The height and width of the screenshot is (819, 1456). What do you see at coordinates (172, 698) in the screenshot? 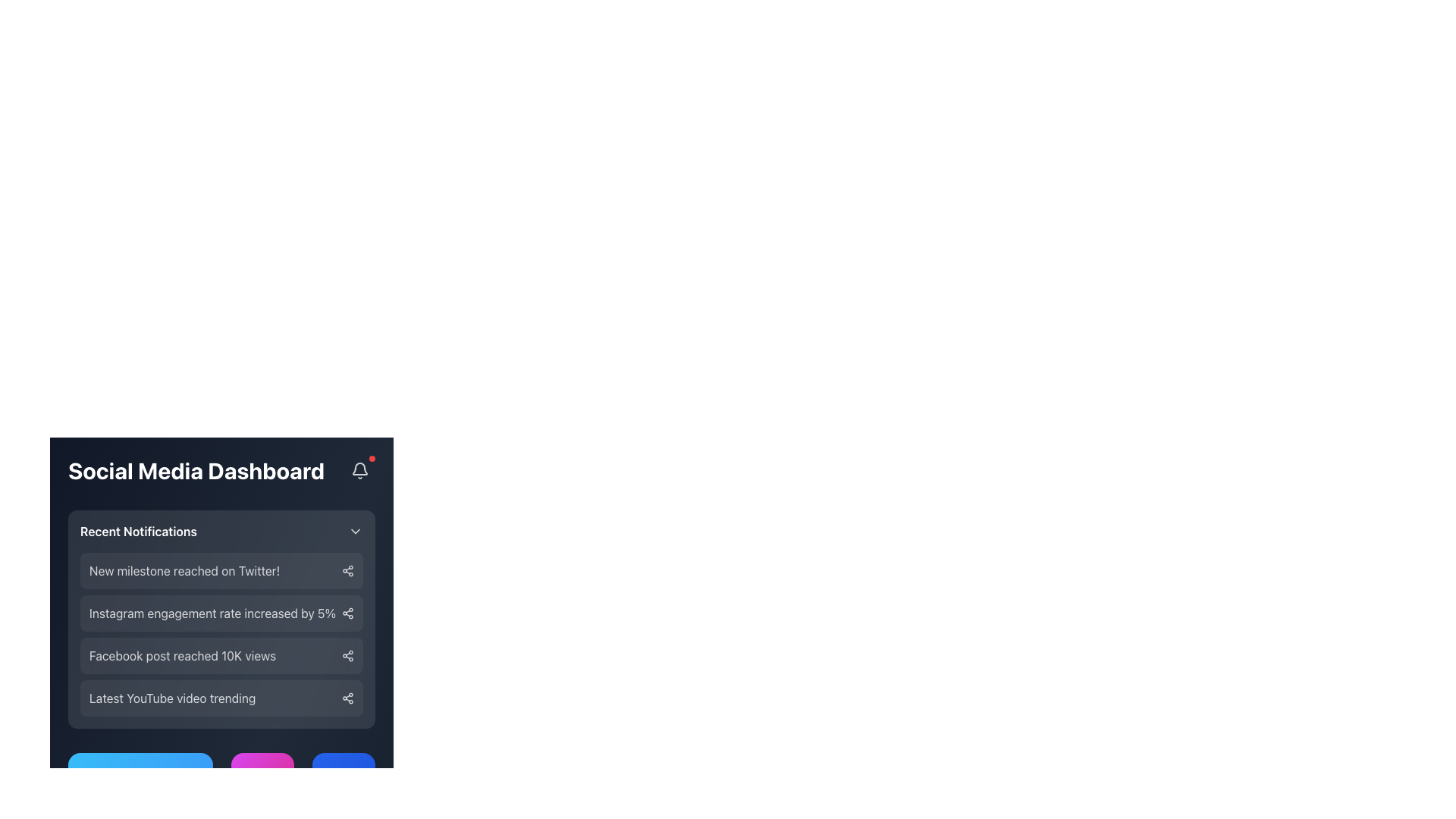
I see `the Static Label that conveys the notification text about the latest YouTube video trending, located in the 'Recent Notifications' section as the left-most component in the fourth item of a vertical list` at bounding box center [172, 698].